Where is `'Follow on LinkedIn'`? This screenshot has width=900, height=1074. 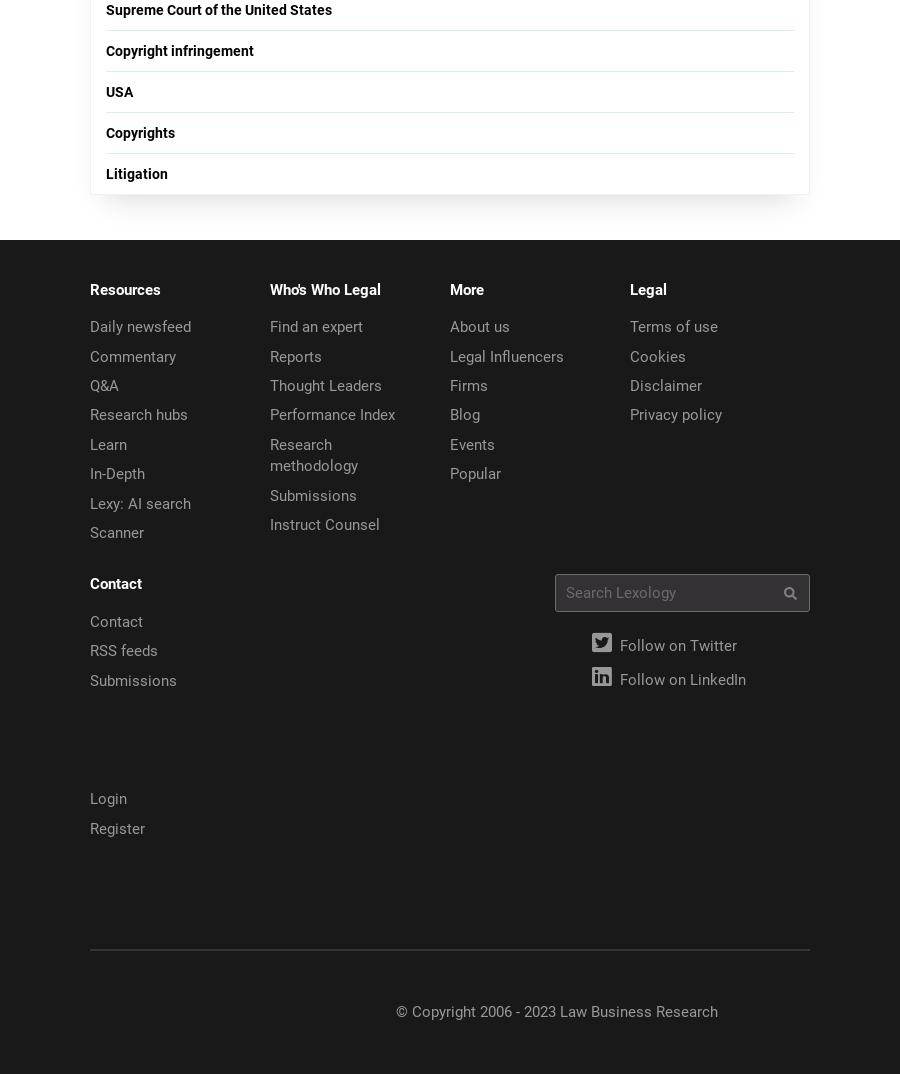 'Follow on LinkedIn' is located at coordinates (682, 677).